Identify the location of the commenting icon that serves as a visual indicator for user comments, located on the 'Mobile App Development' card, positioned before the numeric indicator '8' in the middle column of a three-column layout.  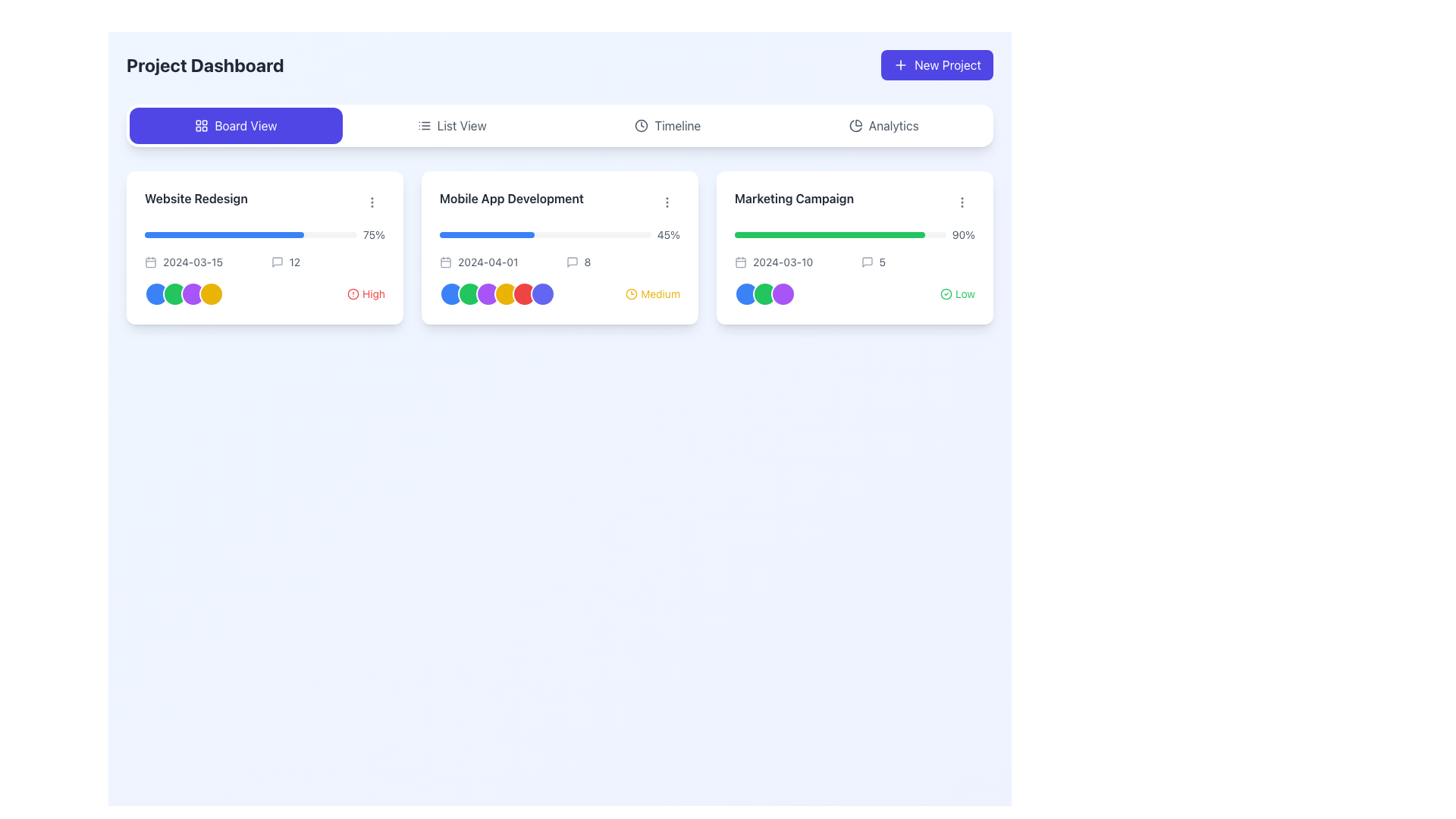
(571, 262).